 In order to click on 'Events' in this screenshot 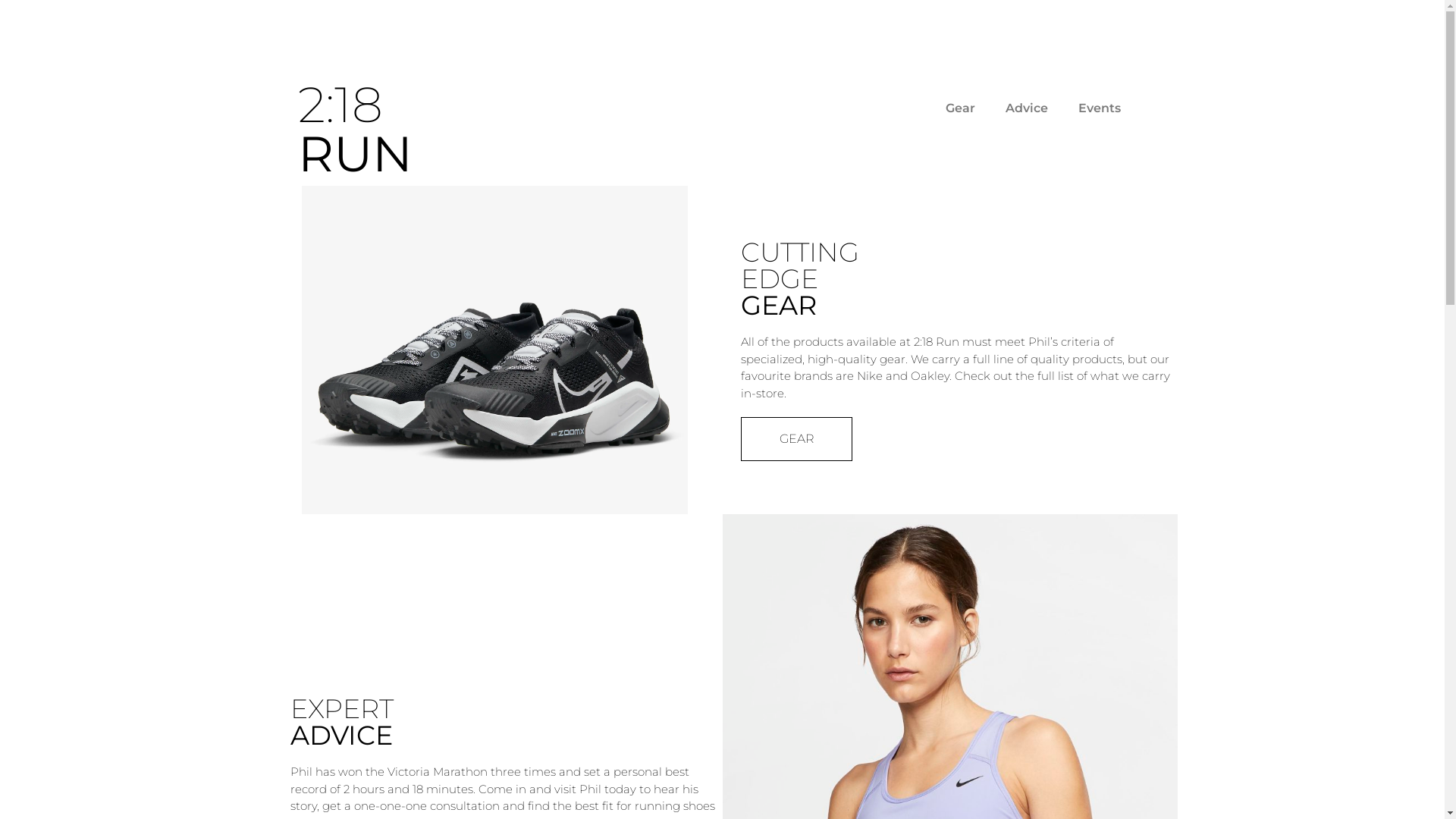, I will do `click(1062, 107)`.